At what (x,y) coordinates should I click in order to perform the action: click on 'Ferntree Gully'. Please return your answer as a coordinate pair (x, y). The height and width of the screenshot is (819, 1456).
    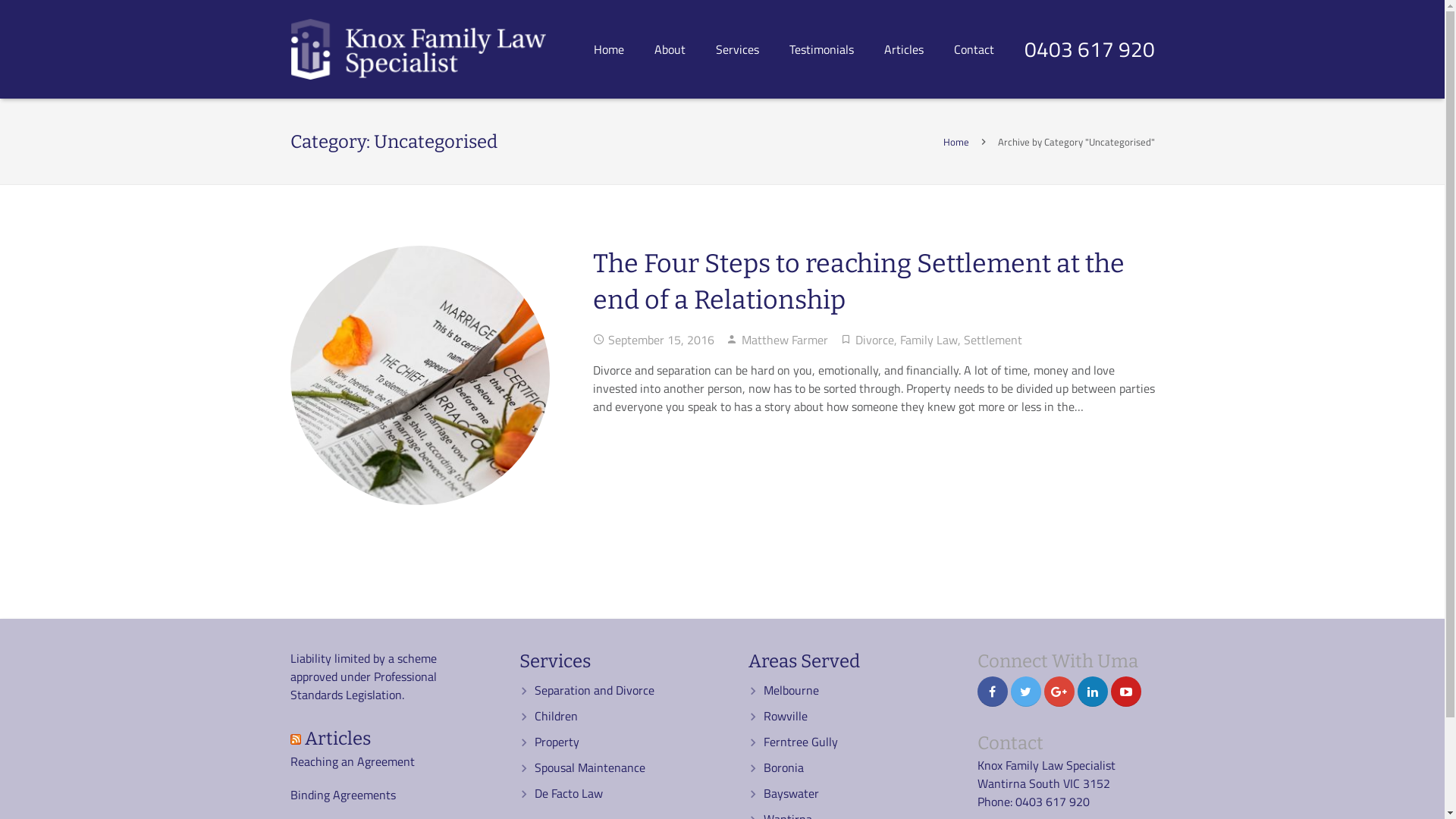
    Looking at the image, I should click on (800, 741).